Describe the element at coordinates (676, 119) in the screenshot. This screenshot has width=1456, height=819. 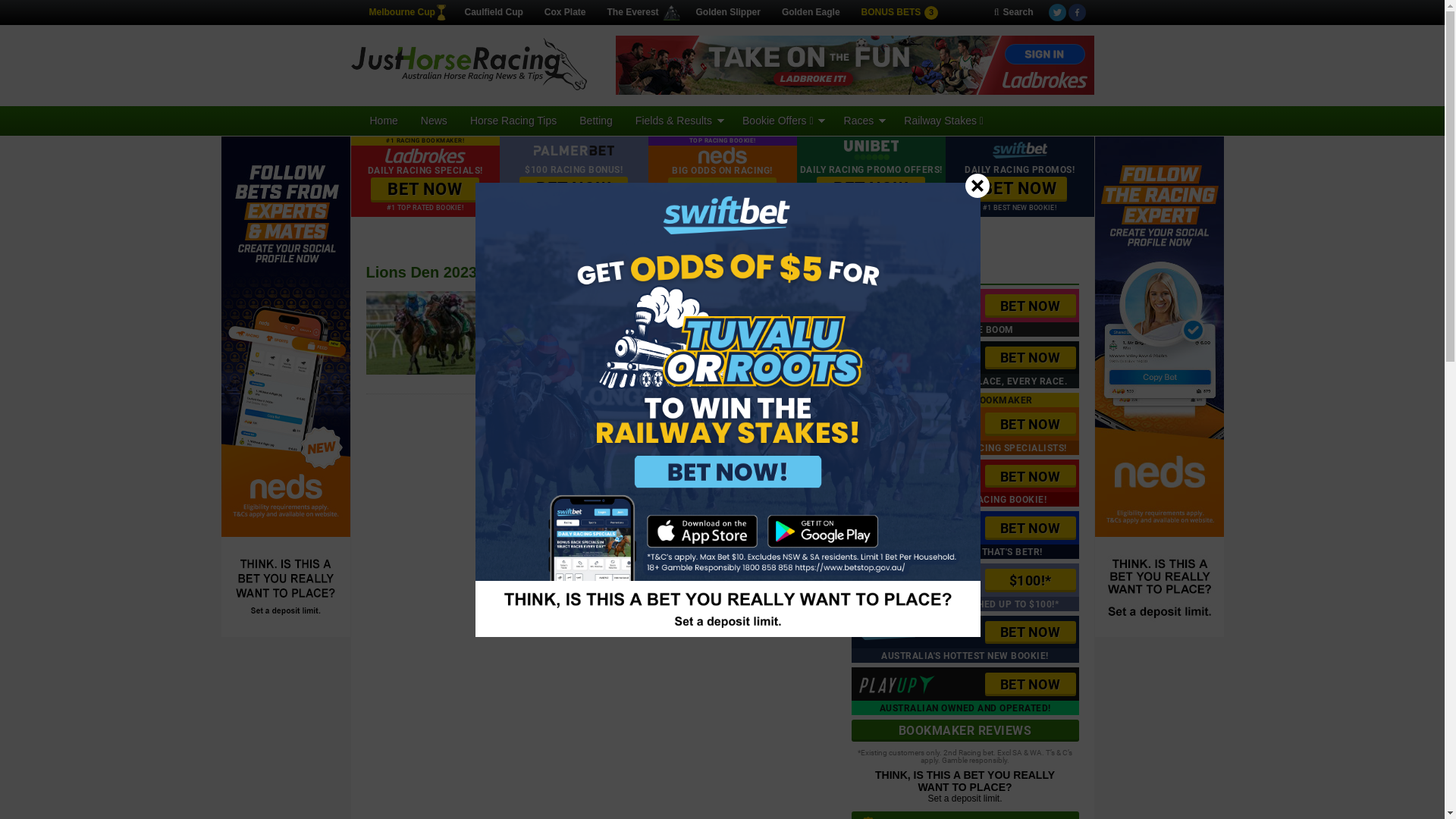
I see `'Fields & Results'` at that location.